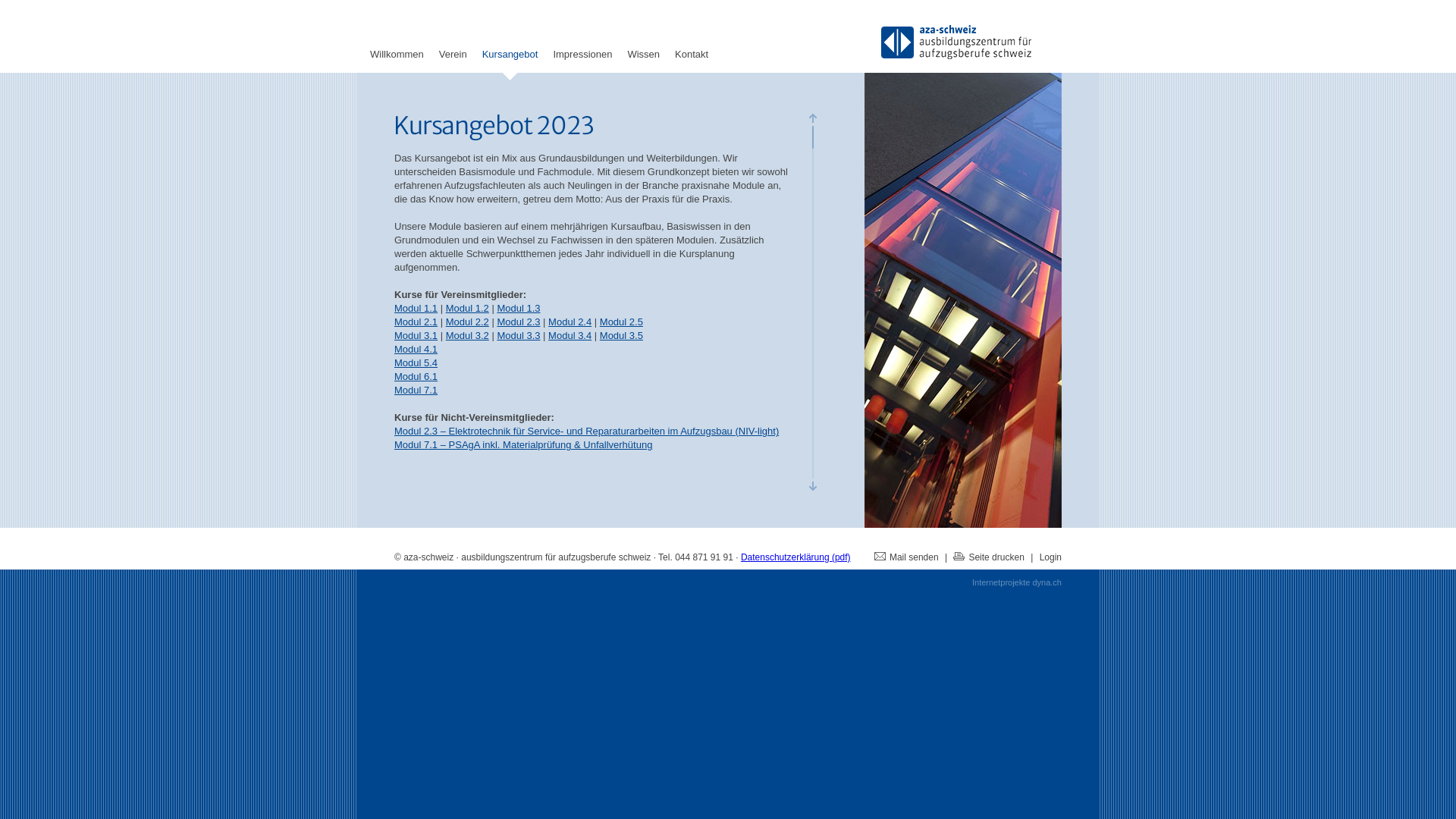 The image size is (1456, 819). Describe the element at coordinates (1016, 581) in the screenshot. I see `'Internetprojekte dyna.ch'` at that location.